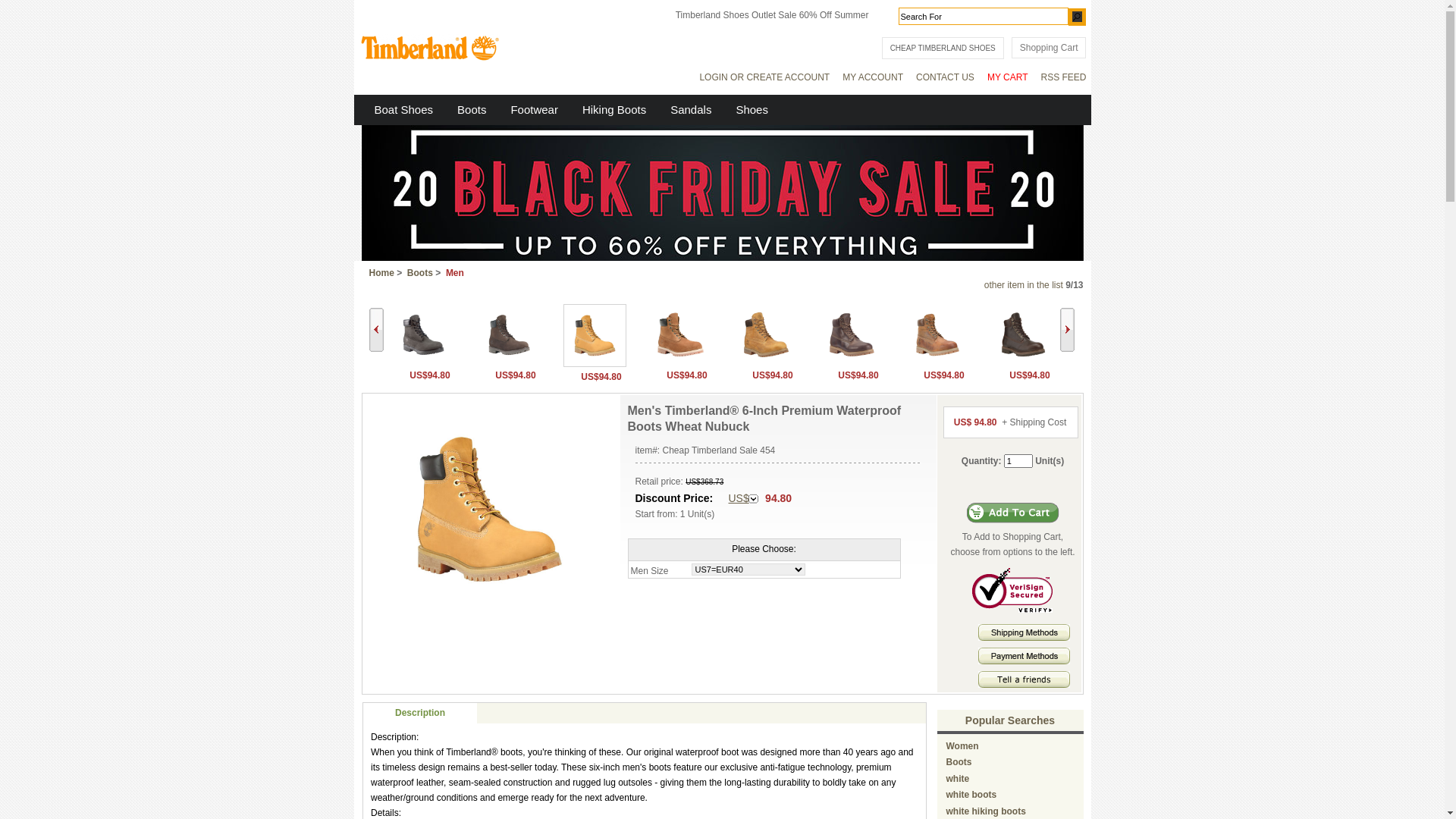  I want to click on 'CONTACT US', so click(944, 76).